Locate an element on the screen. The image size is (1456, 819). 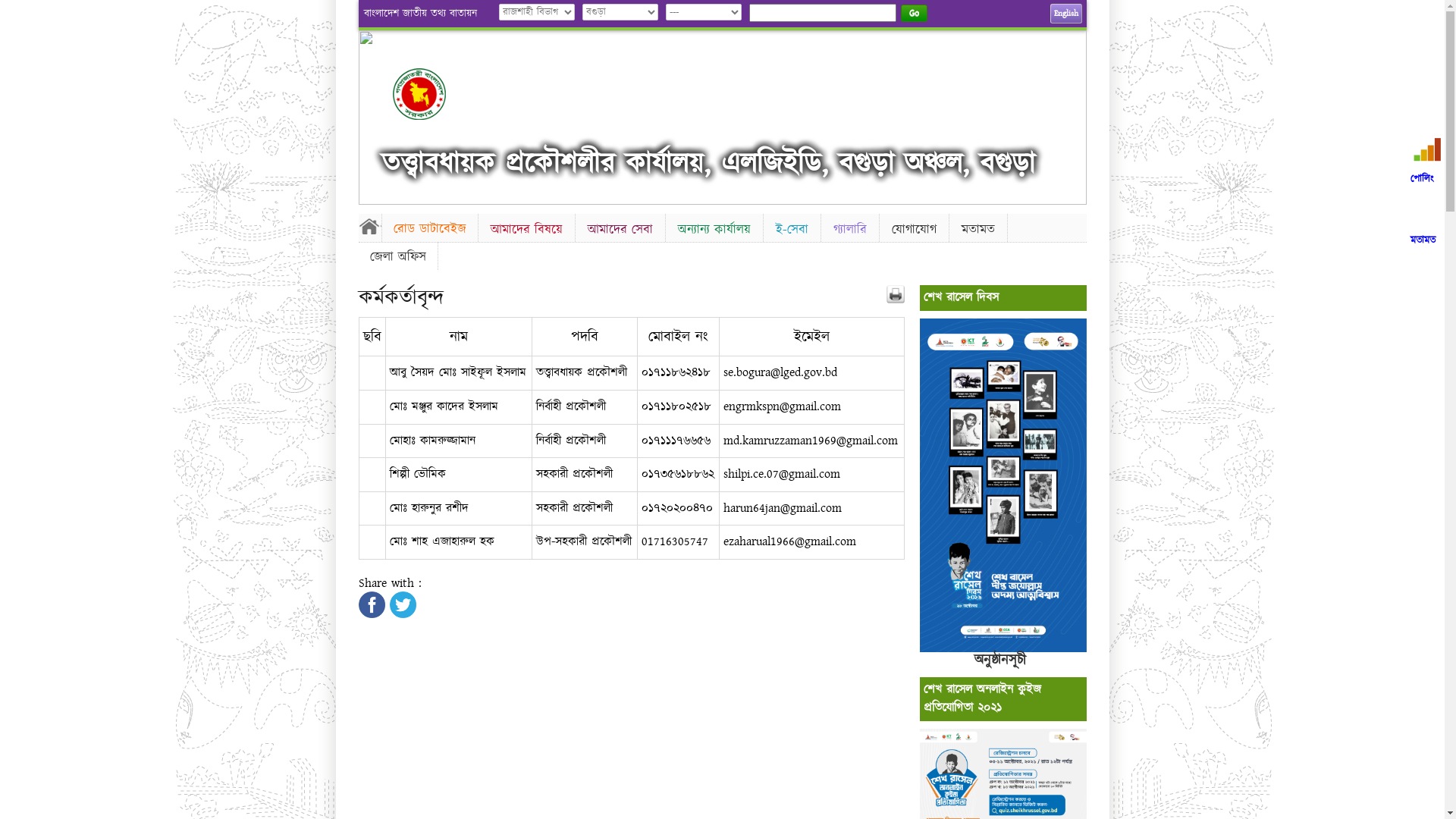
'English' is located at coordinates (1065, 14).